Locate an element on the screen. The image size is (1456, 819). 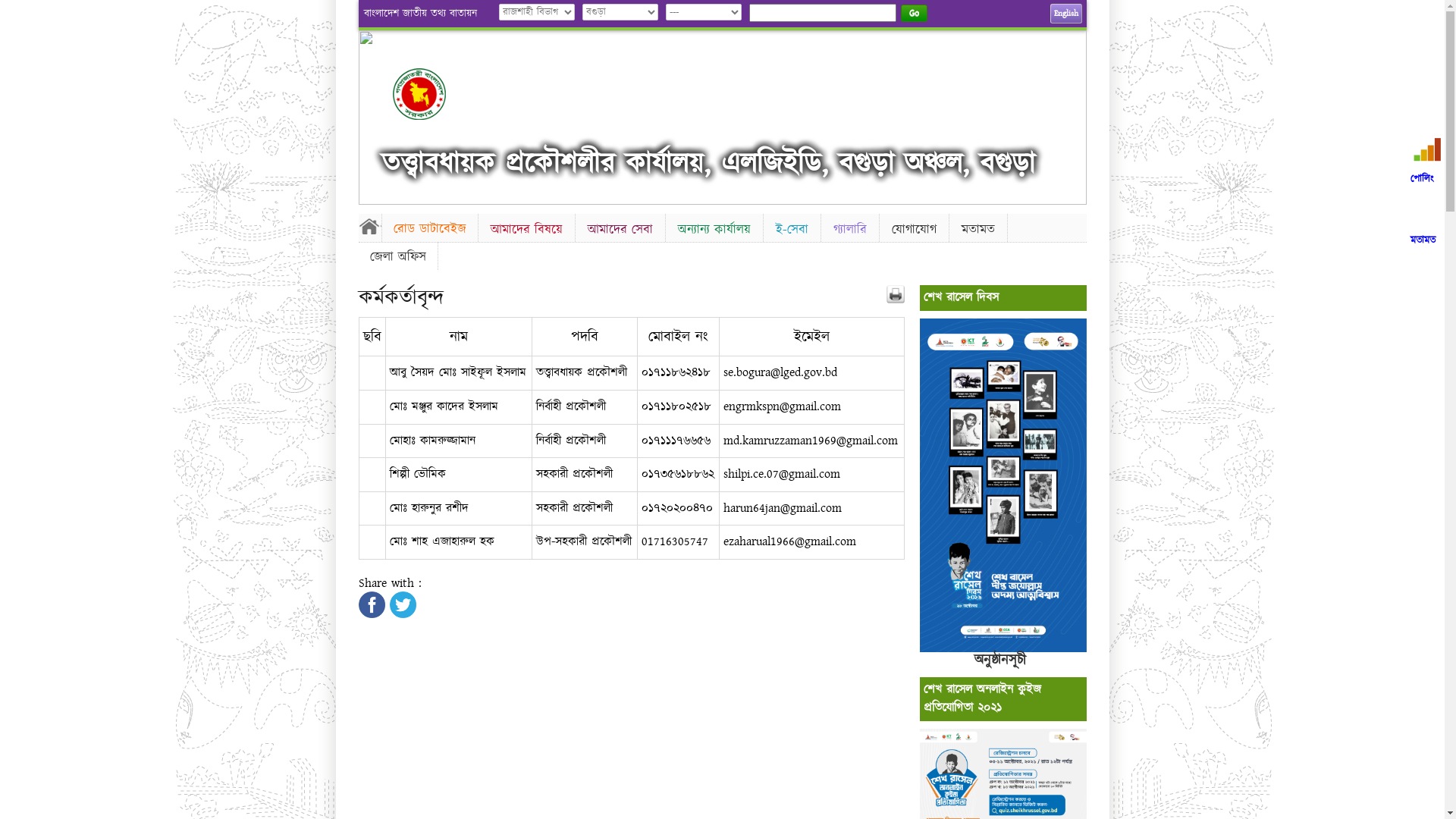
'English' is located at coordinates (1065, 14).